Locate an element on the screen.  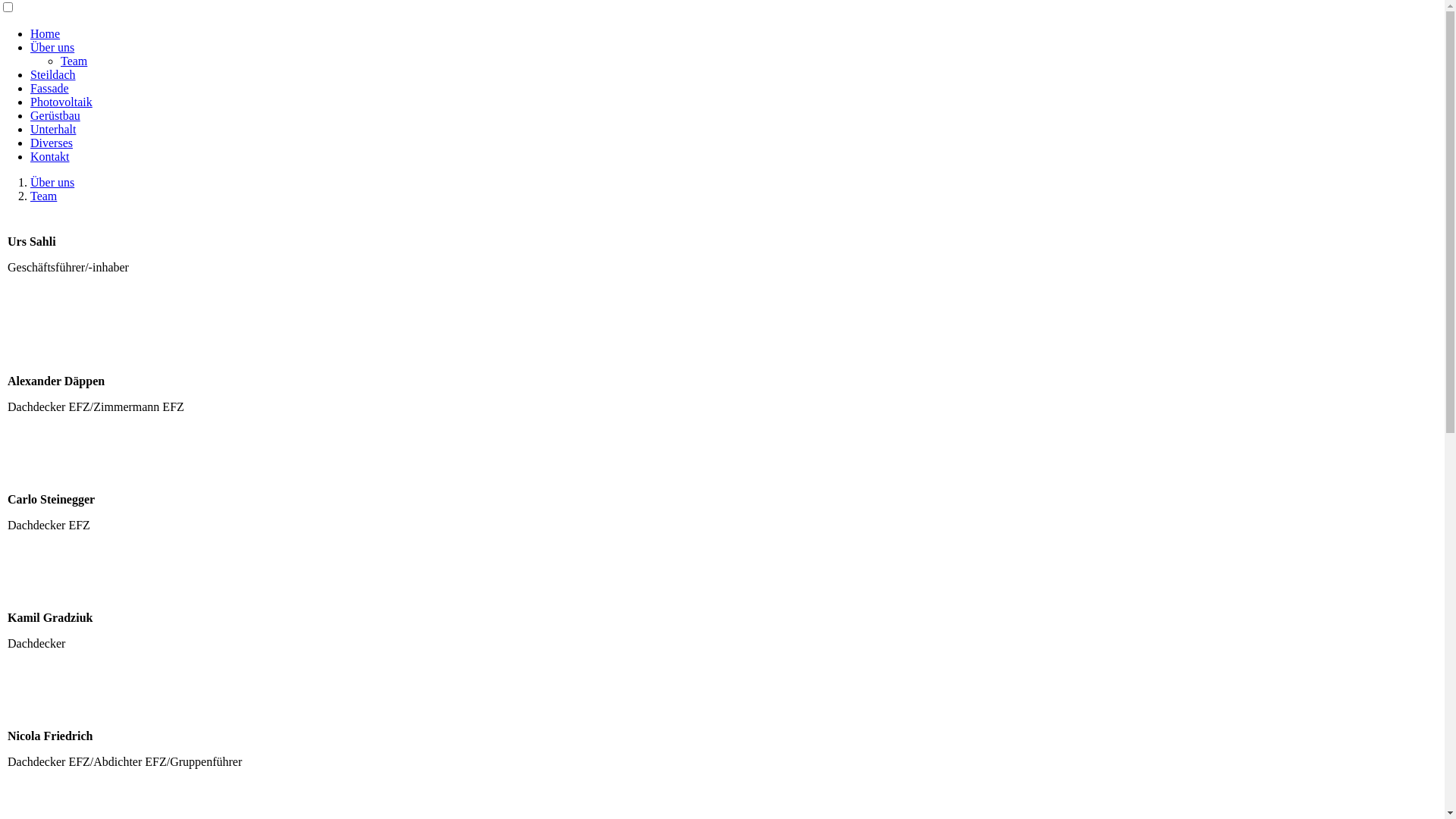
'Unterhalt' is located at coordinates (30, 128).